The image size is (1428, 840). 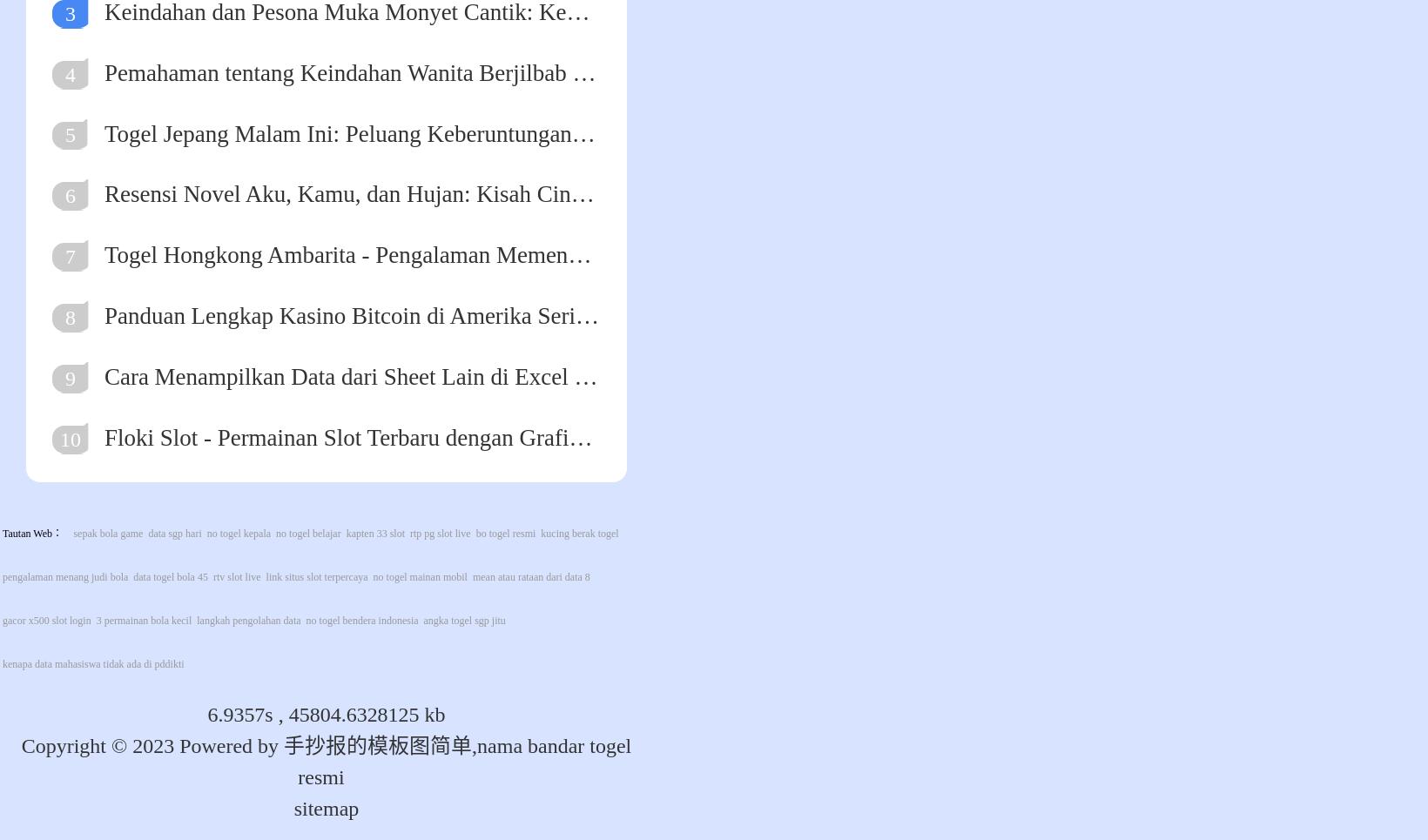 I want to click on 'kenapa data mahasiswa tidak ada di pddikti', so click(x=91, y=663).